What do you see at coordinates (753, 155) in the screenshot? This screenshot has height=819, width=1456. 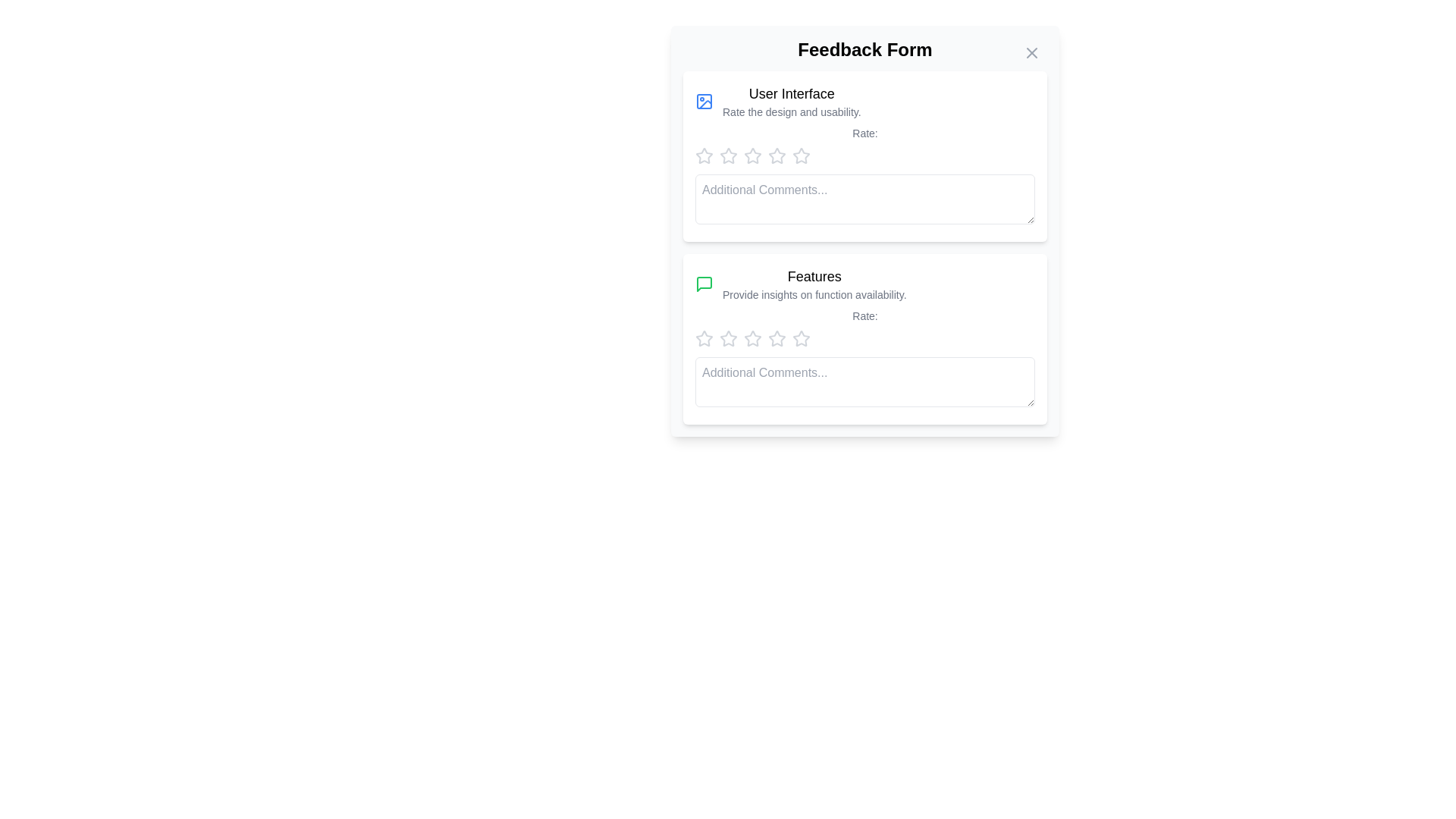 I see `the fourth star icon` at bounding box center [753, 155].